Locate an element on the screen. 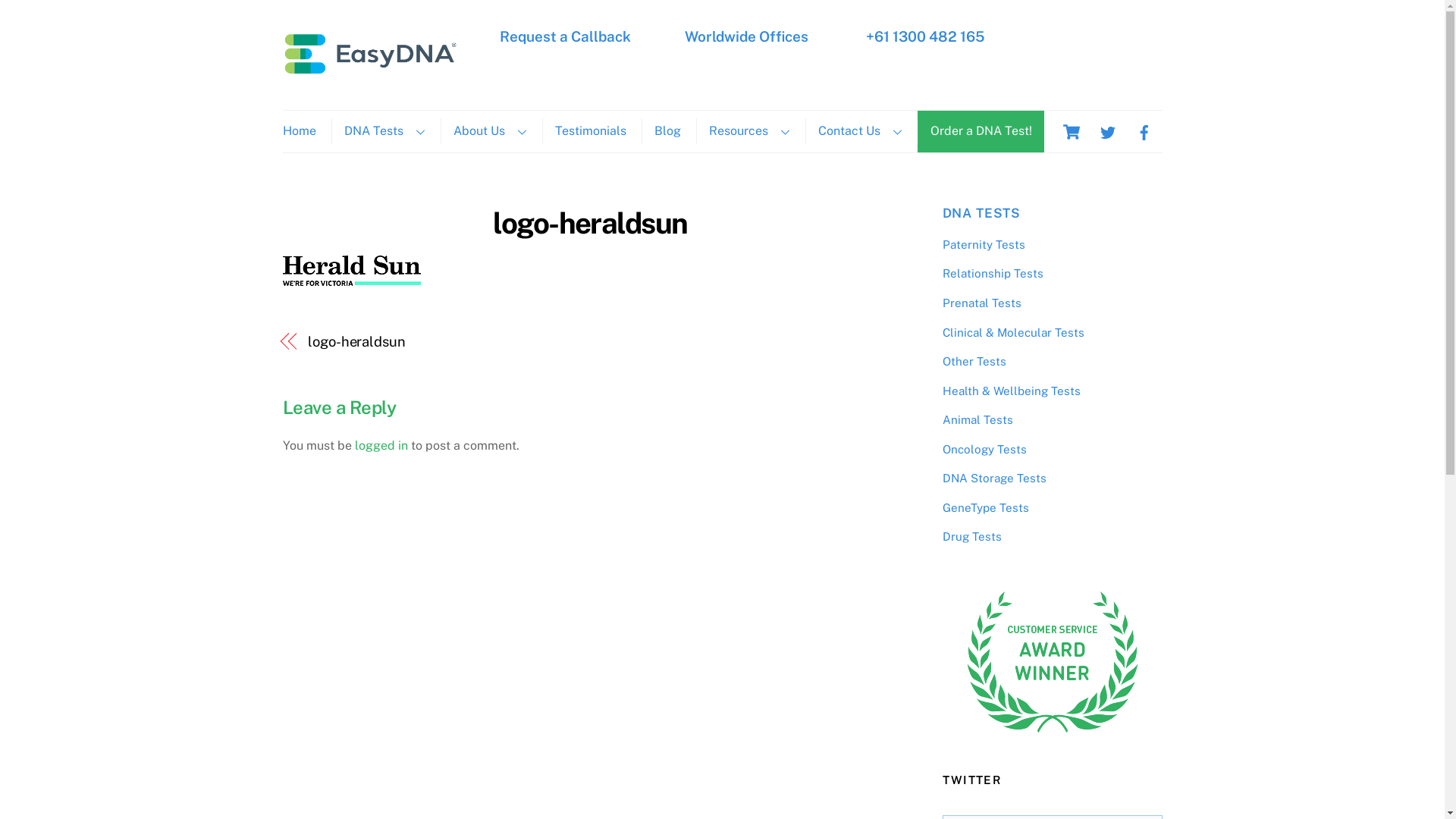  'DNA Tests' is located at coordinates (383, 130).